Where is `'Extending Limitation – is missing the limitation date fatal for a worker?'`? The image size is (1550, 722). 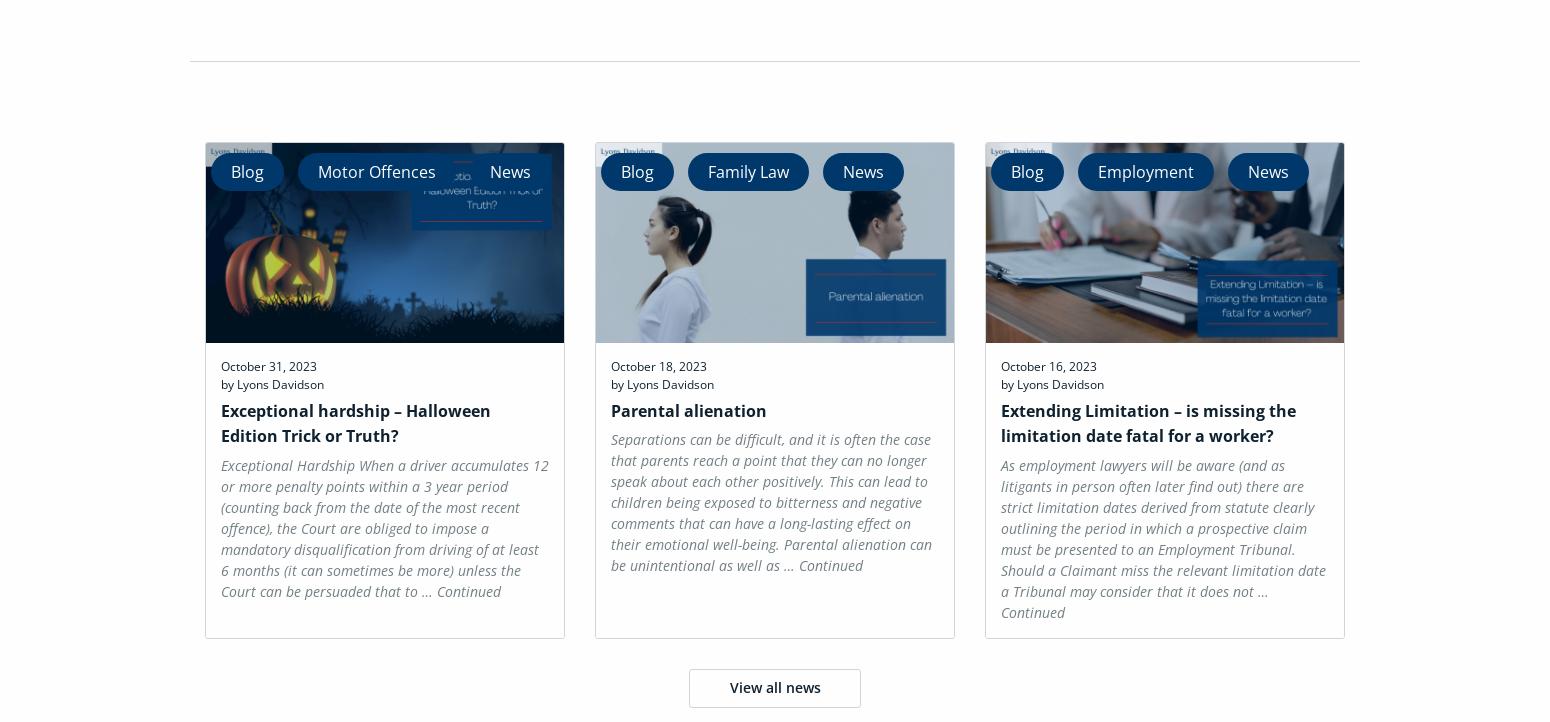 'Extending Limitation – is missing the limitation date fatal for a worker?' is located at coordinates (1146, 422).